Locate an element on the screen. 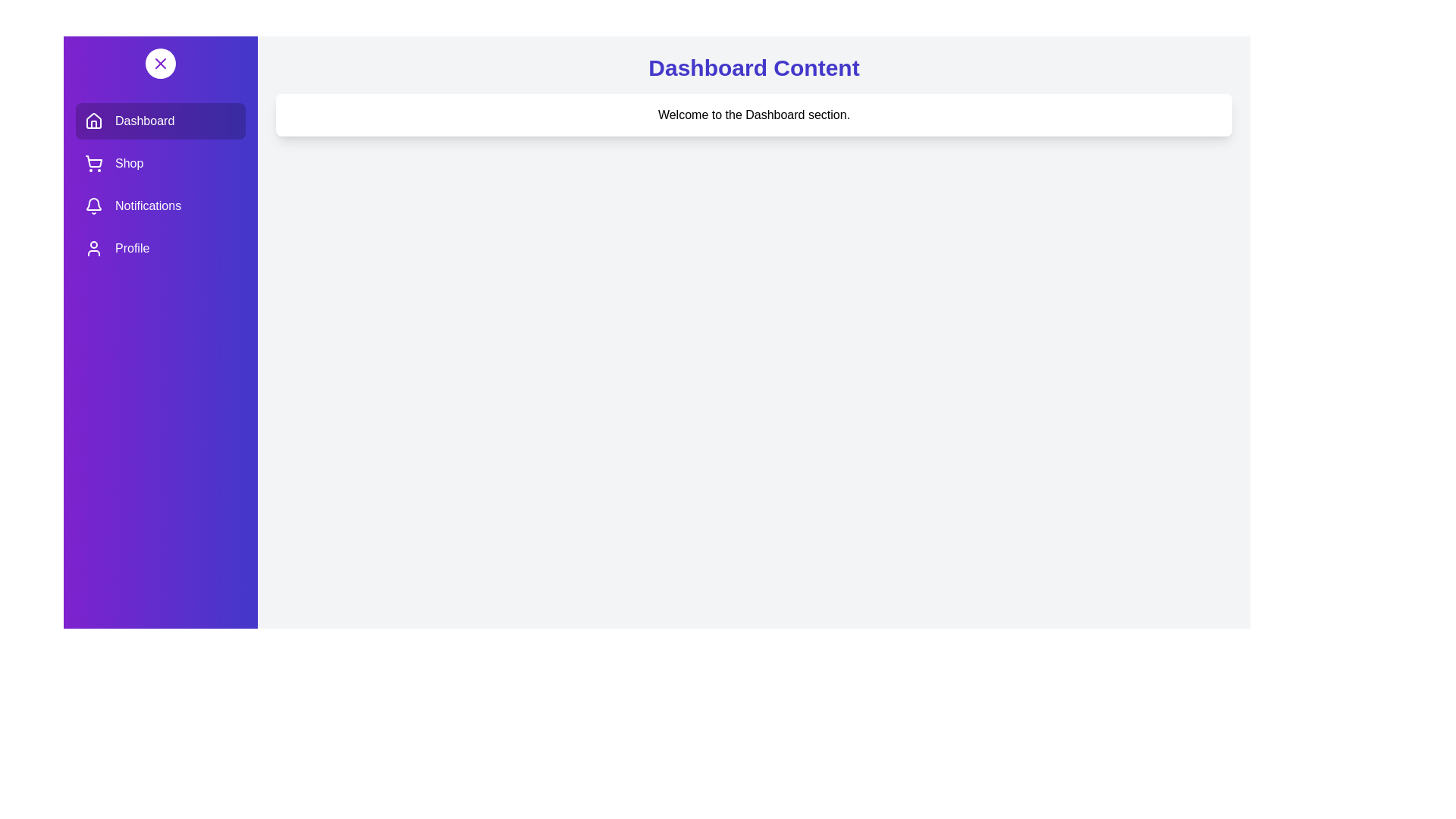  the Shop section in the drawer to activate it is located at coordinates (160, 164).